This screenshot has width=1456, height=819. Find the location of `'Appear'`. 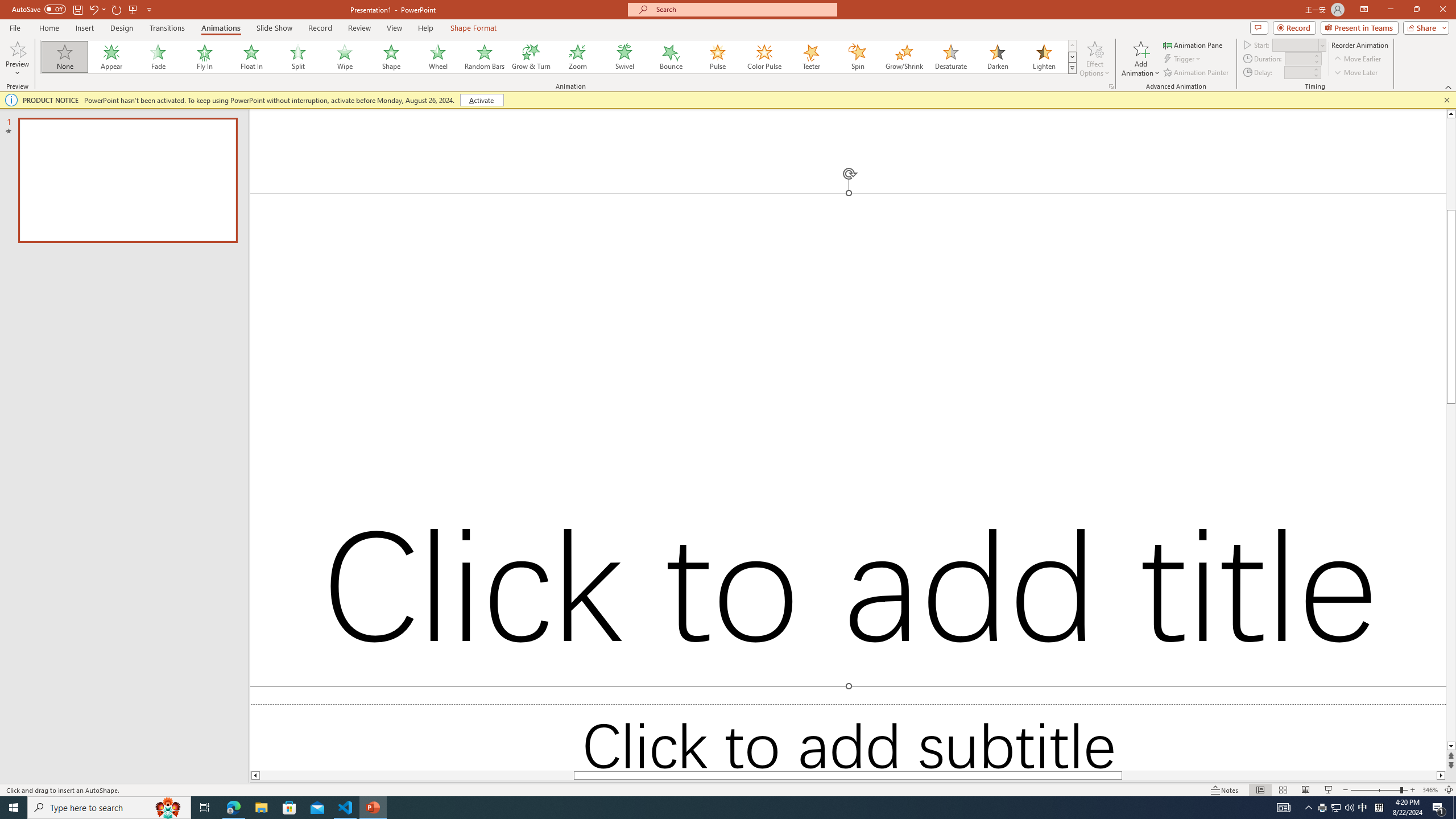

'Appear' is located at coordinates (111, 56).